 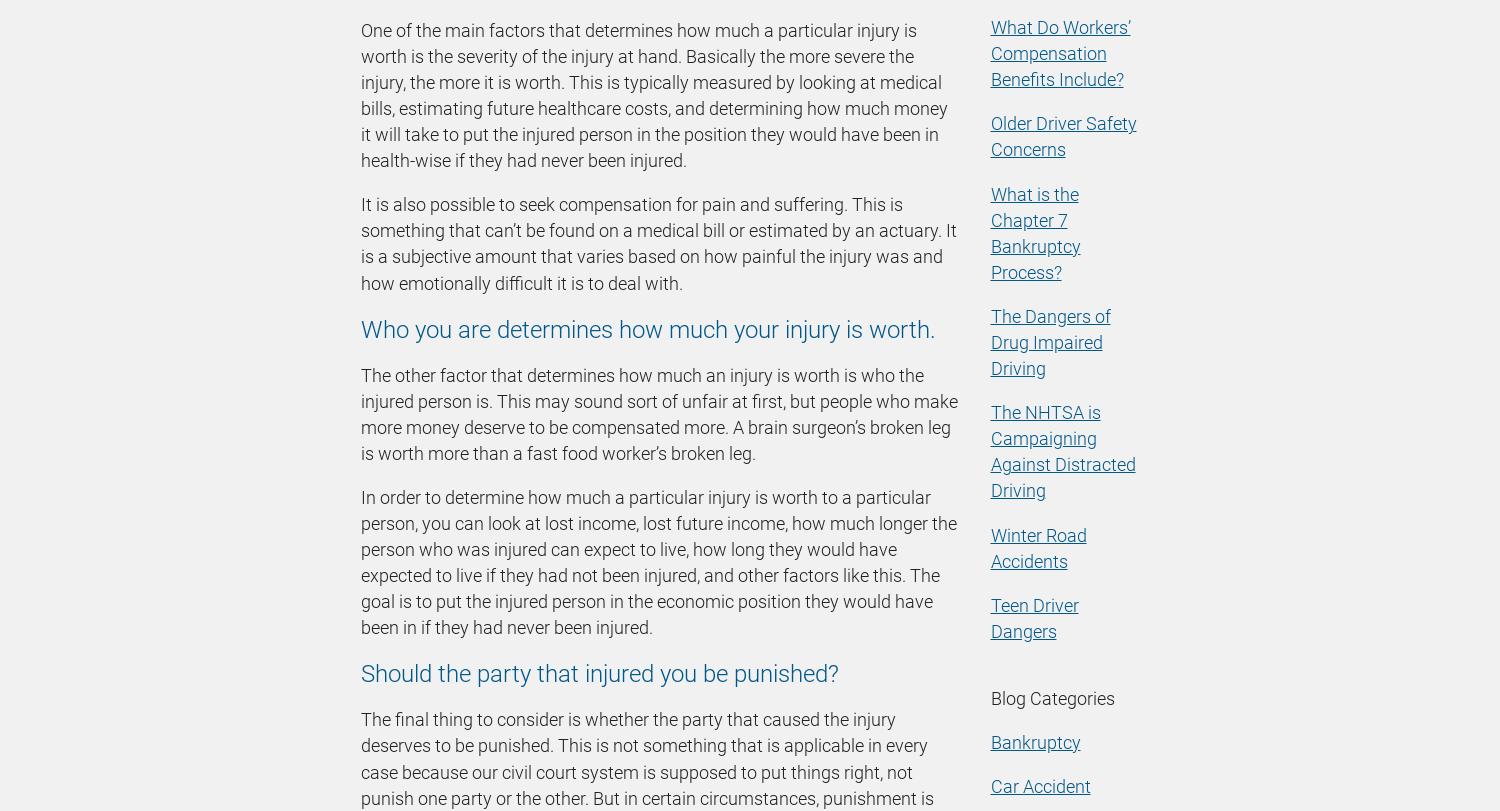 I want to click on 'One of the main factors that determines how much a particular injury is worth is the severity of the injury at hand. Basically the more severe the injury, the more it is worth. This is typically measured by looking at medical bills, estimating future healthcare costs, and determining how much money it will take to put the injured person in the position they would have been in health-wise if they had never been injured.', so click(x=653, y=94).